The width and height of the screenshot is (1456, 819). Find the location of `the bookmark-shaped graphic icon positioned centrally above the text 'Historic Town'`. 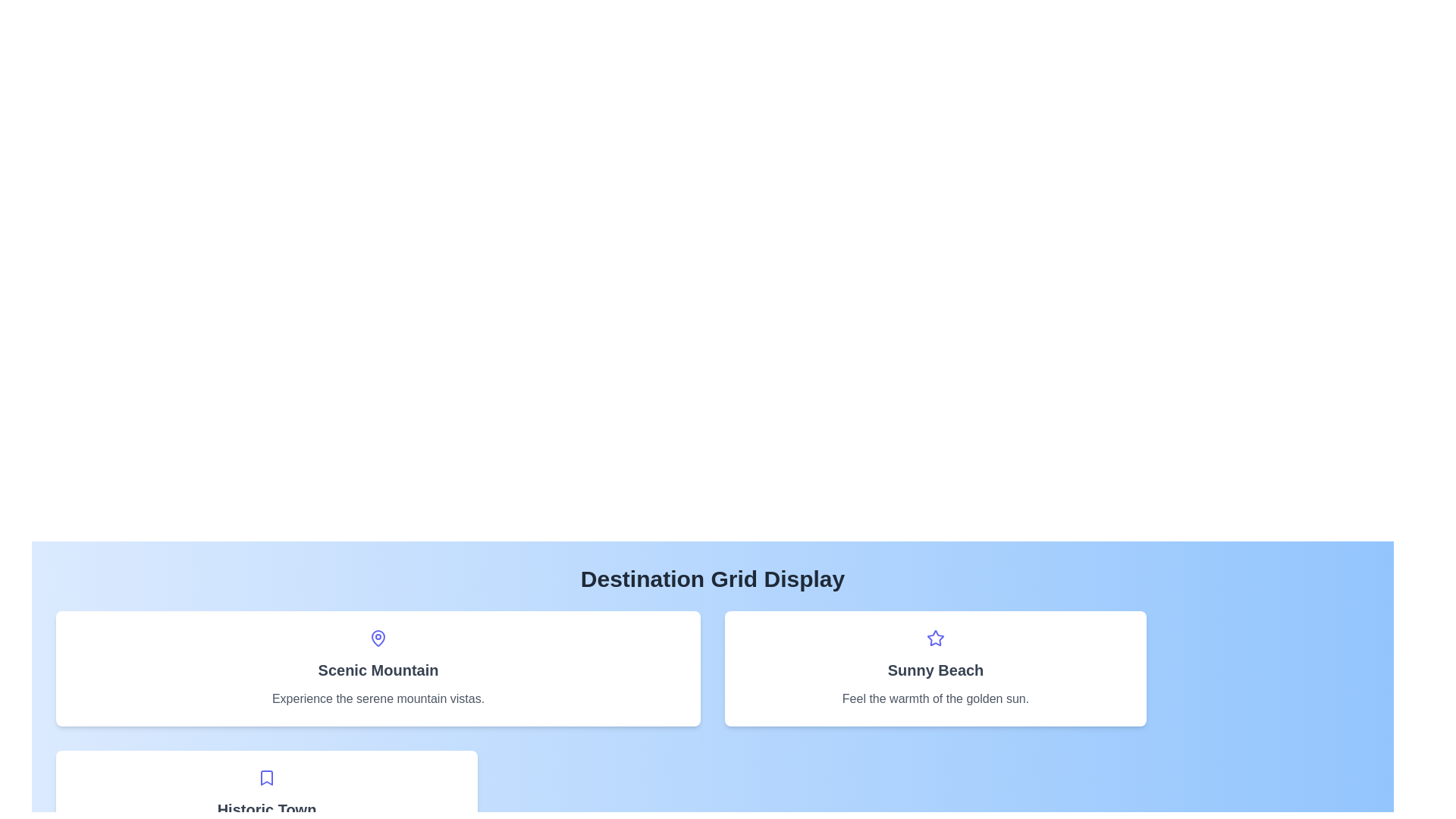

the bookmark-shaped graphic icon positioned centrally above the text 'Historic Town' is located at coordinates (266, 778).